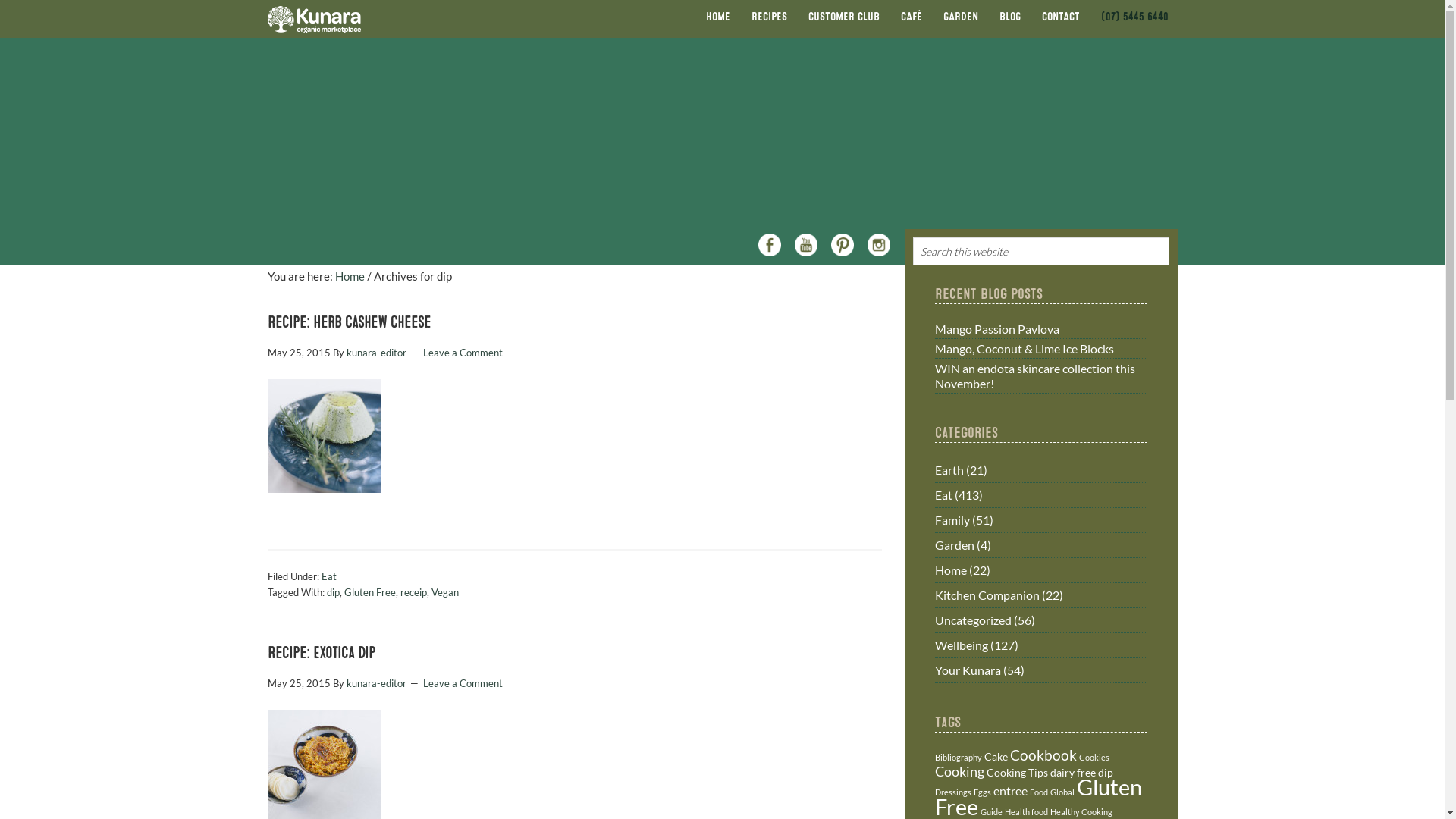 The image size is (1456, 819). Describe the element at coordinates (956, 757) in the screenshot. I see `'Bibliography'` at that location.